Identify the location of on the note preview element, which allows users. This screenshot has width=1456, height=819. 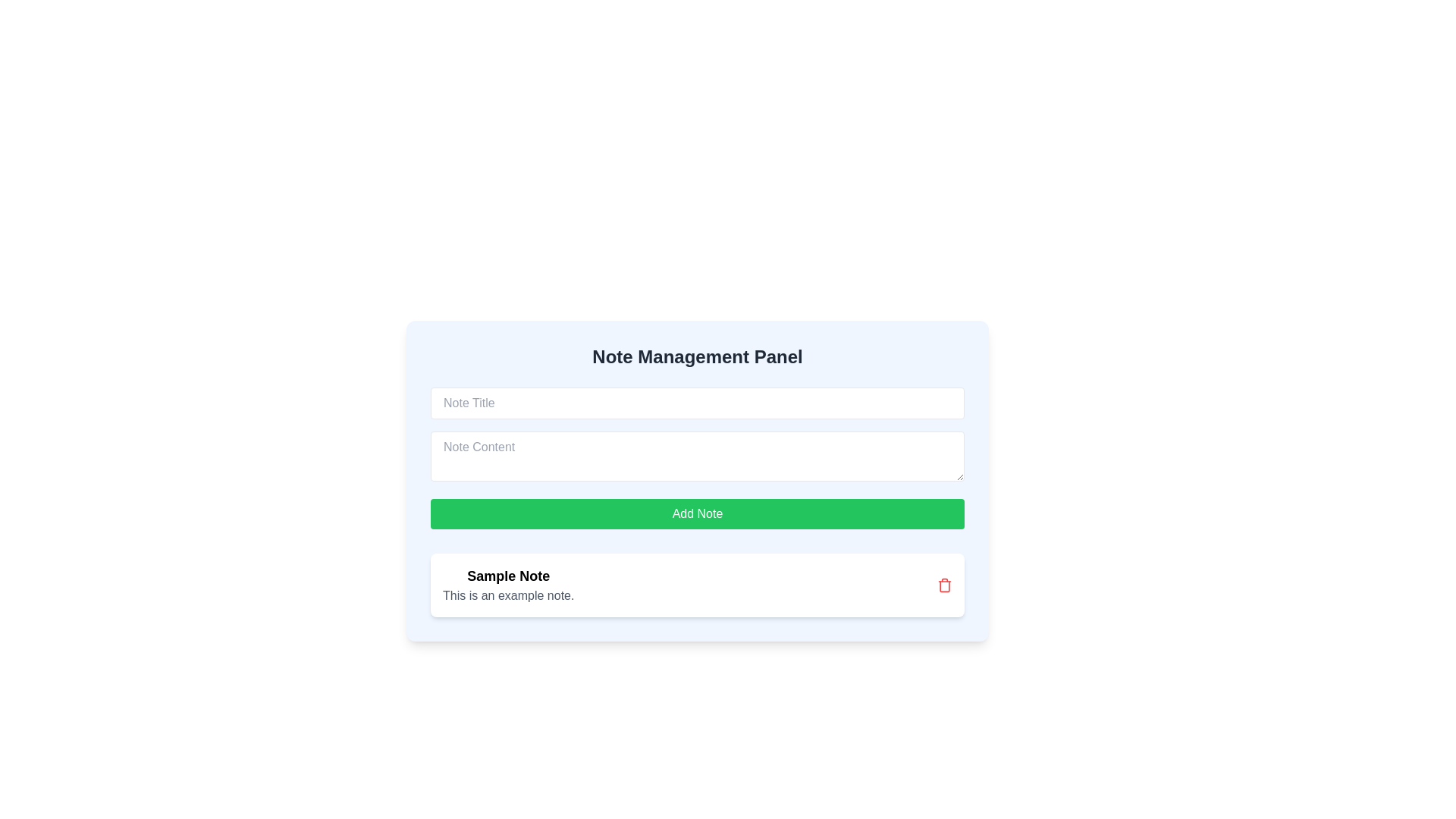
(697, 584).